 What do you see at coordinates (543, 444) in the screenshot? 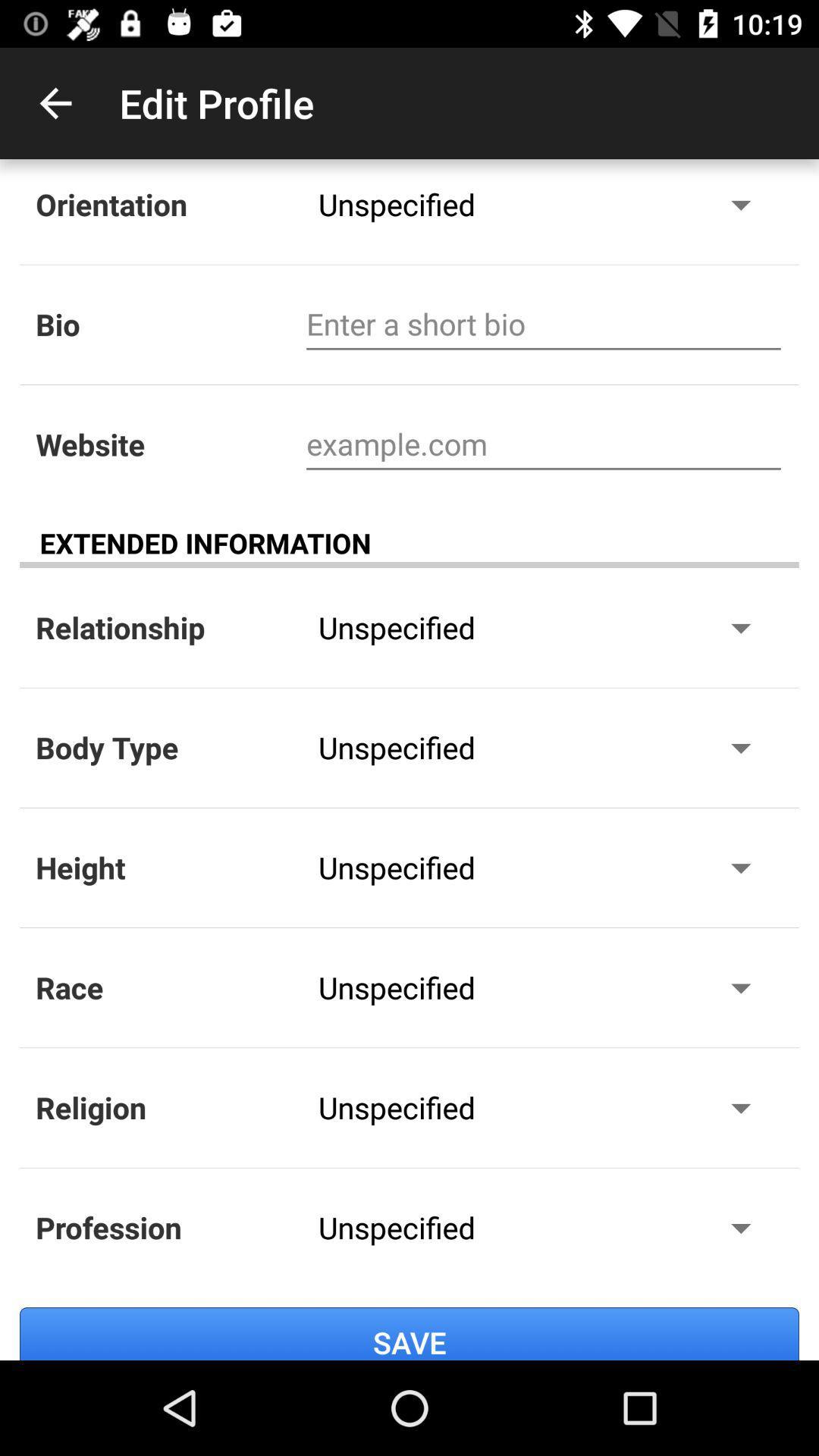
I see `website` at bounding box center [543, 444].